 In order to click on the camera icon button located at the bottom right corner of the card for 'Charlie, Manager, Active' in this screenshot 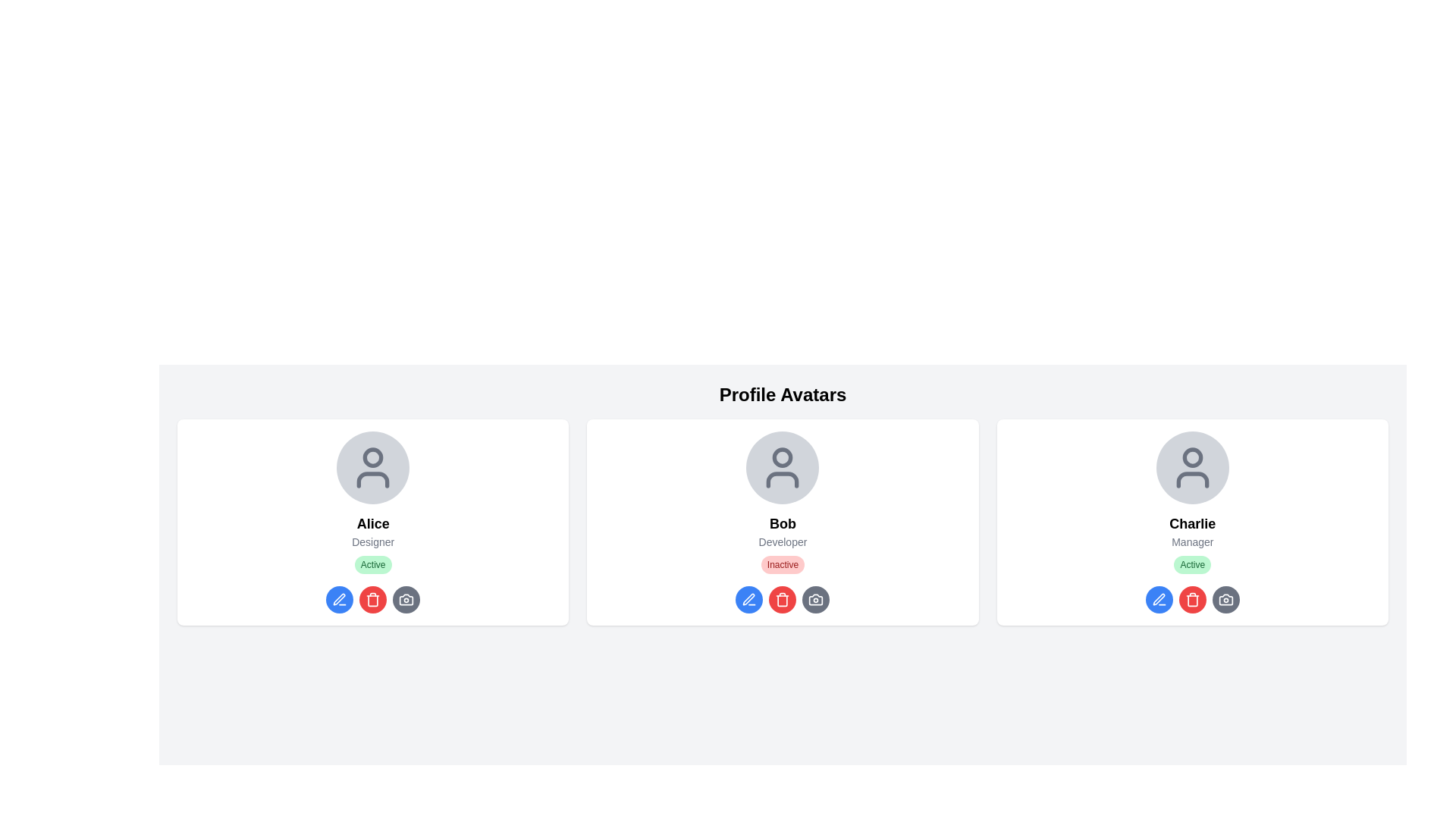, I will do `click(1225, 598)`.